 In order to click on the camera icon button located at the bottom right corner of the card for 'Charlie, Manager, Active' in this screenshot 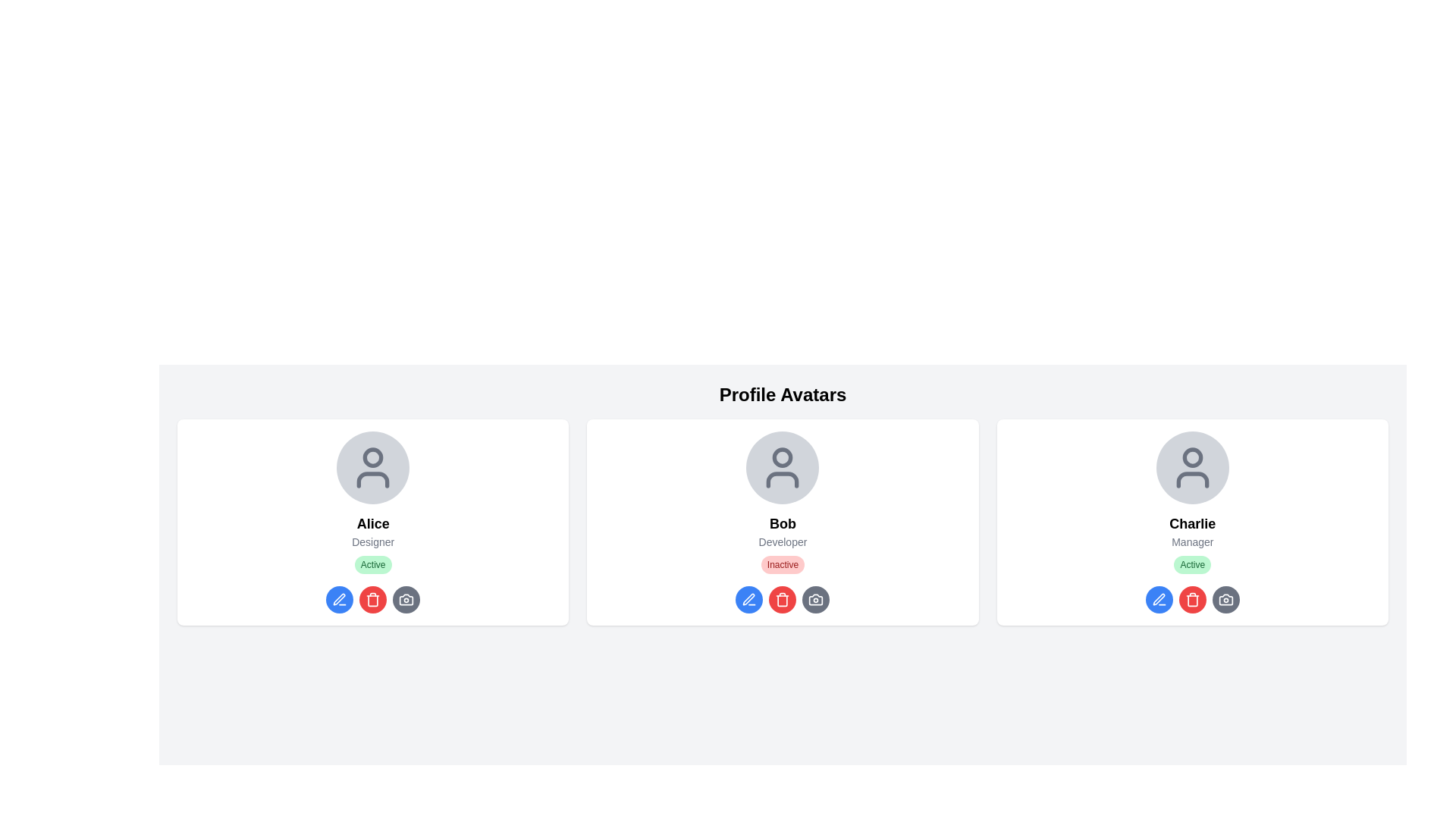, I will do `click(1225, 598)`.